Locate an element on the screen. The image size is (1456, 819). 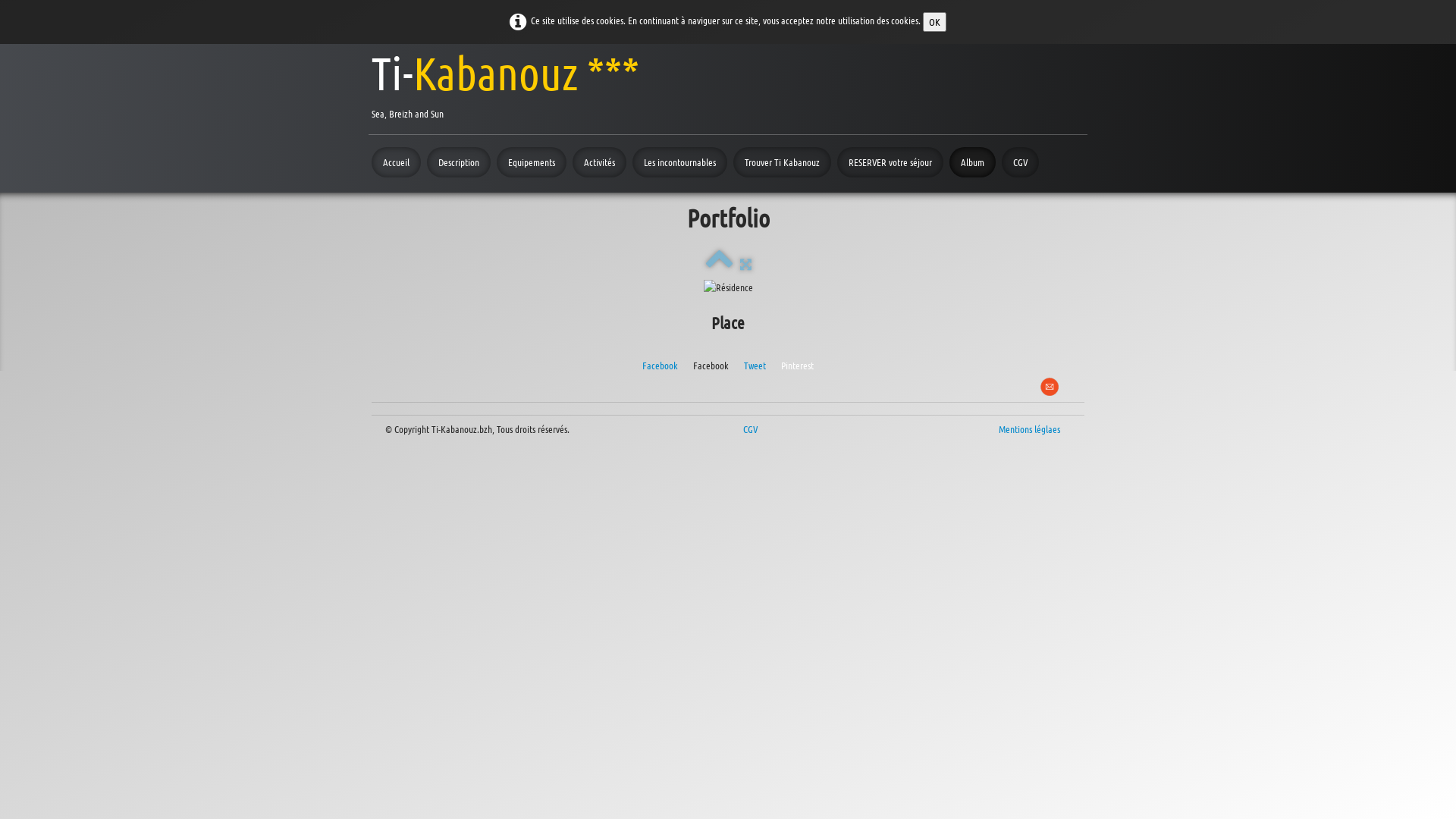
'OK' is located at coordinates (922, 22).